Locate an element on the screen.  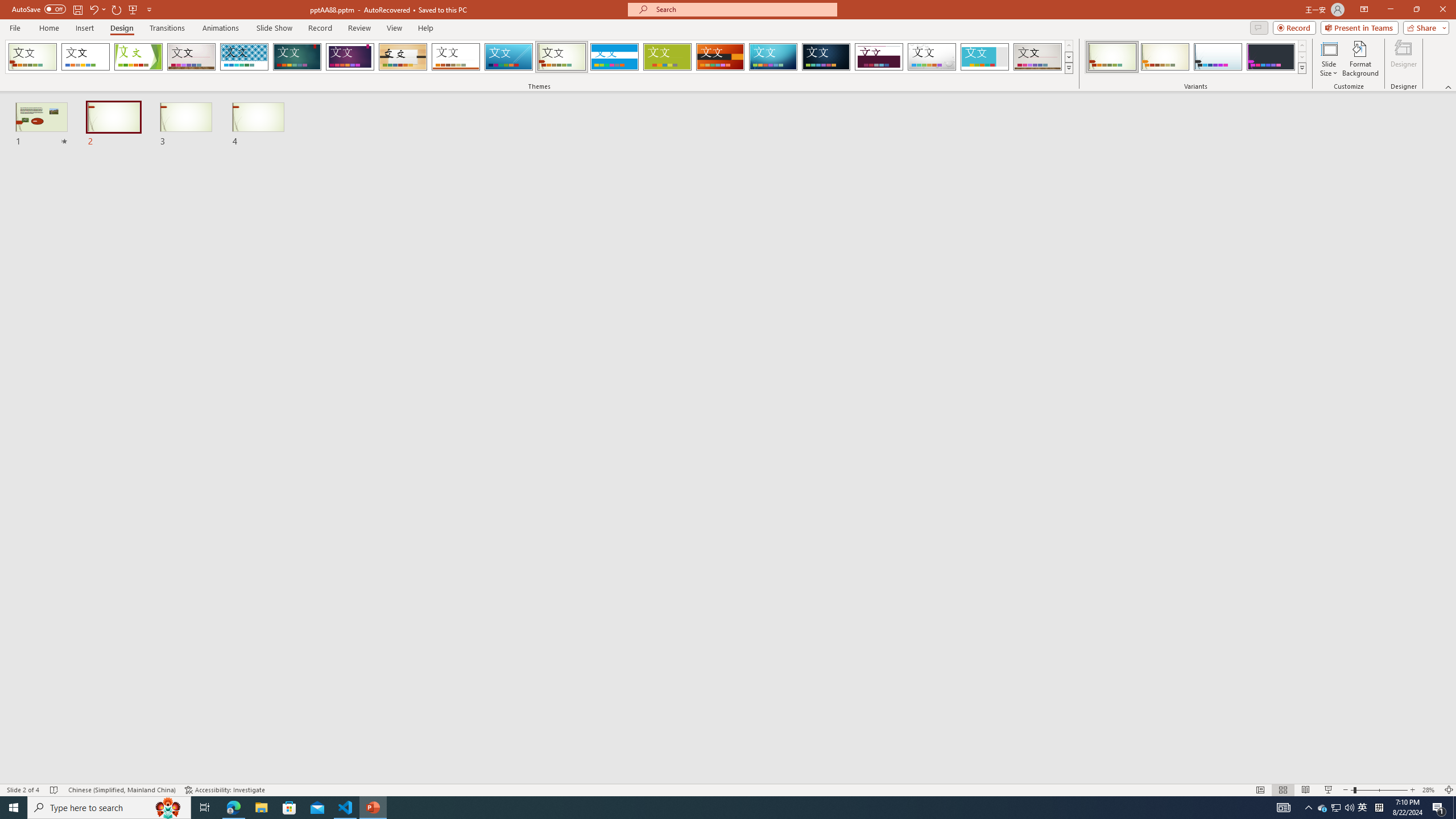
'Frame Loading Preview...' is located at coordinates (985, 56).